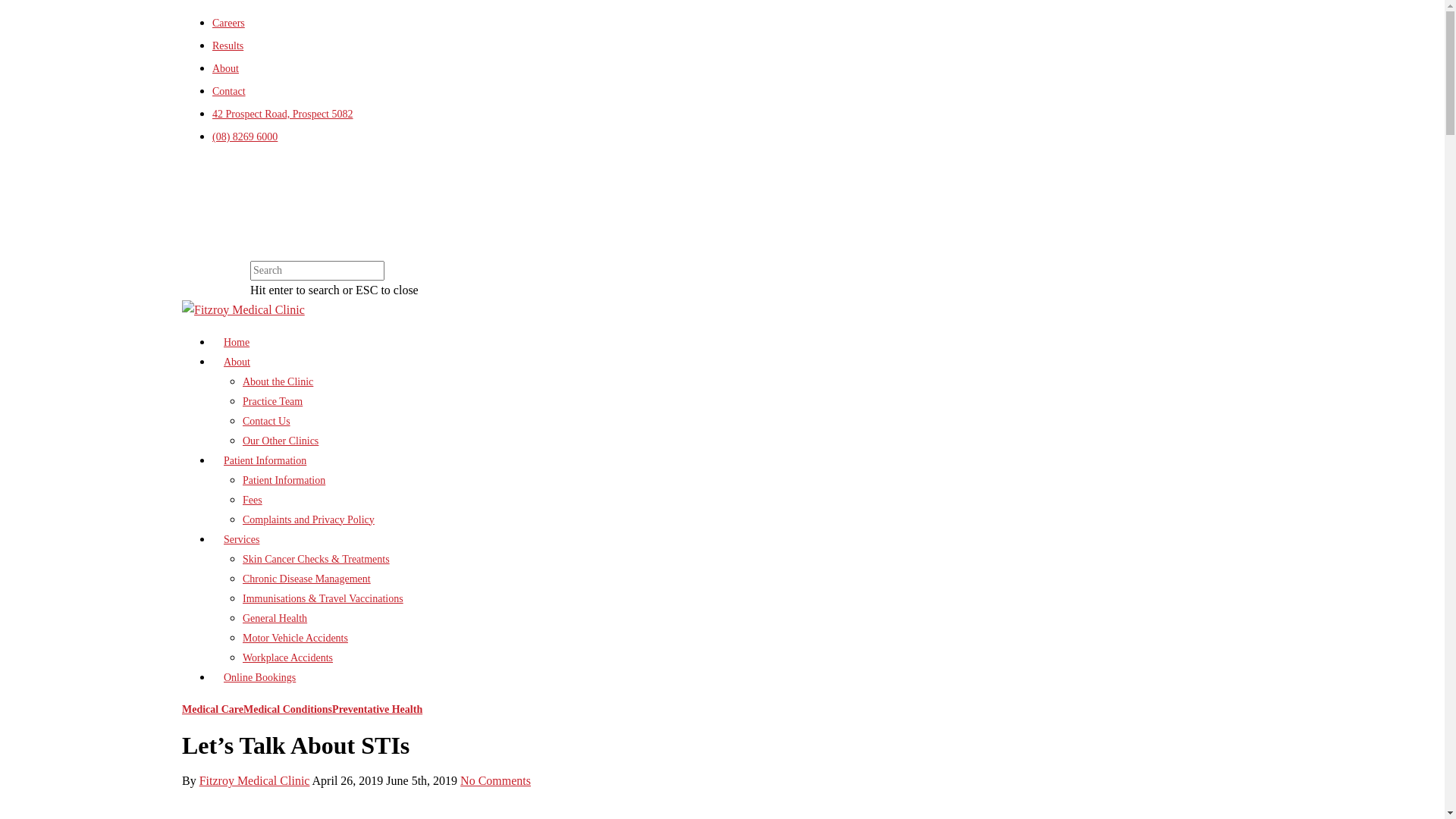 The width and height of the screenshot is (1456, 819). I want to click on 'Fees', so click(252, 500).